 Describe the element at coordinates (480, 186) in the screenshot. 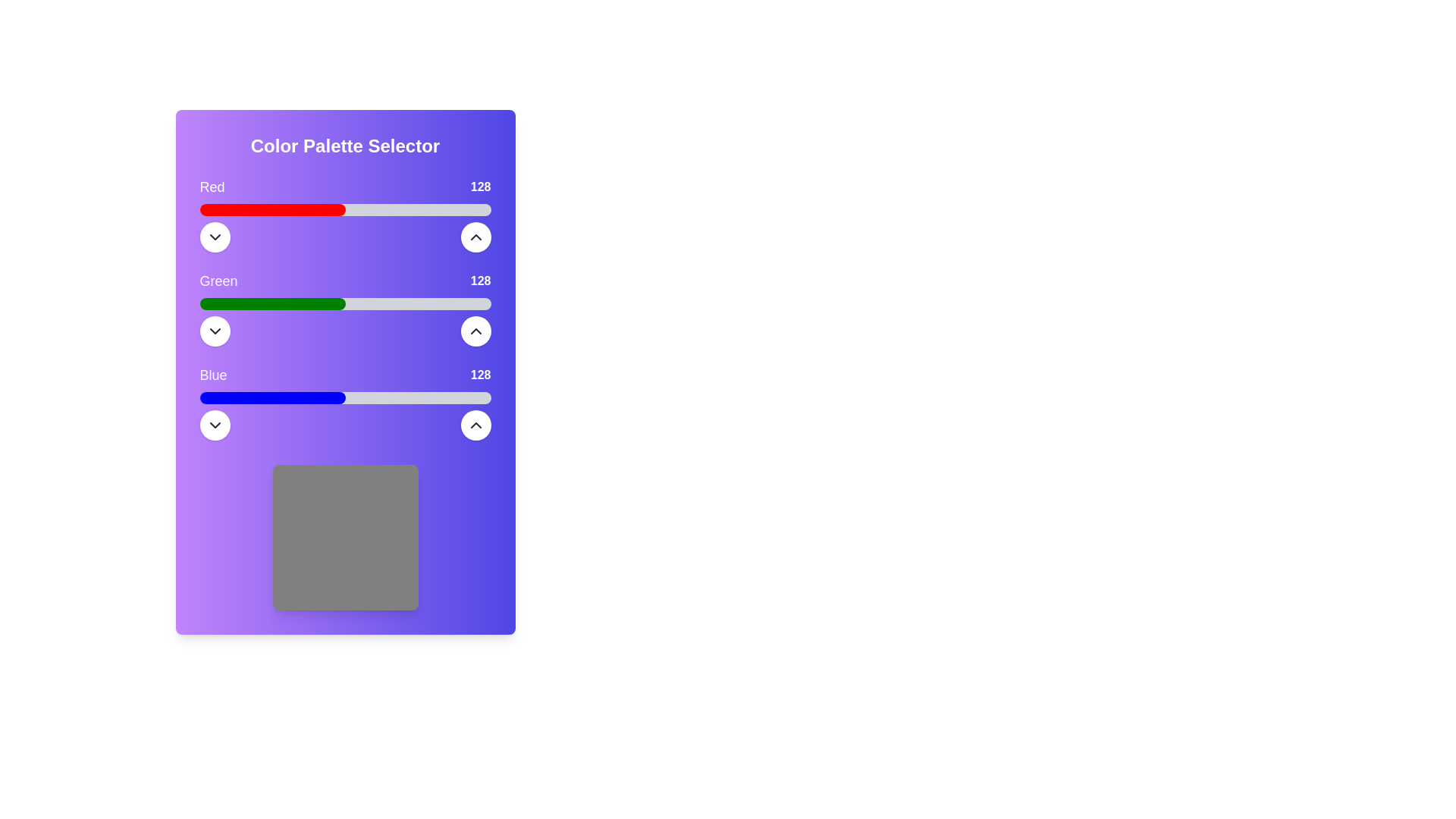

I see `the label displaying the number '128' in bold font, which is located to the right of the 'Red' horizontal slider in the color palette interface` at that location.